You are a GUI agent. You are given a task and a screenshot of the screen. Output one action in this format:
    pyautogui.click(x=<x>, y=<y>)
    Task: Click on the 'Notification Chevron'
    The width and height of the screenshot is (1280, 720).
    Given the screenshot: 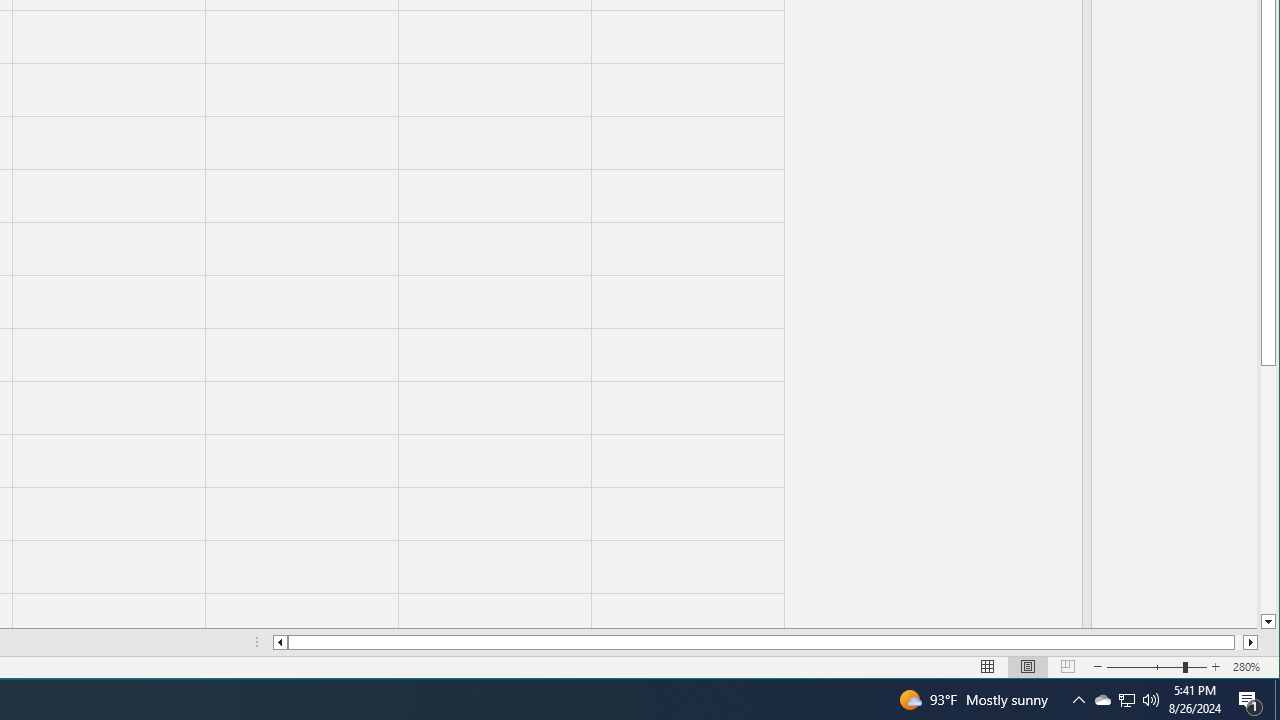 What is the action you would take?
    pyautogui.click(x=1078, y=698)
    